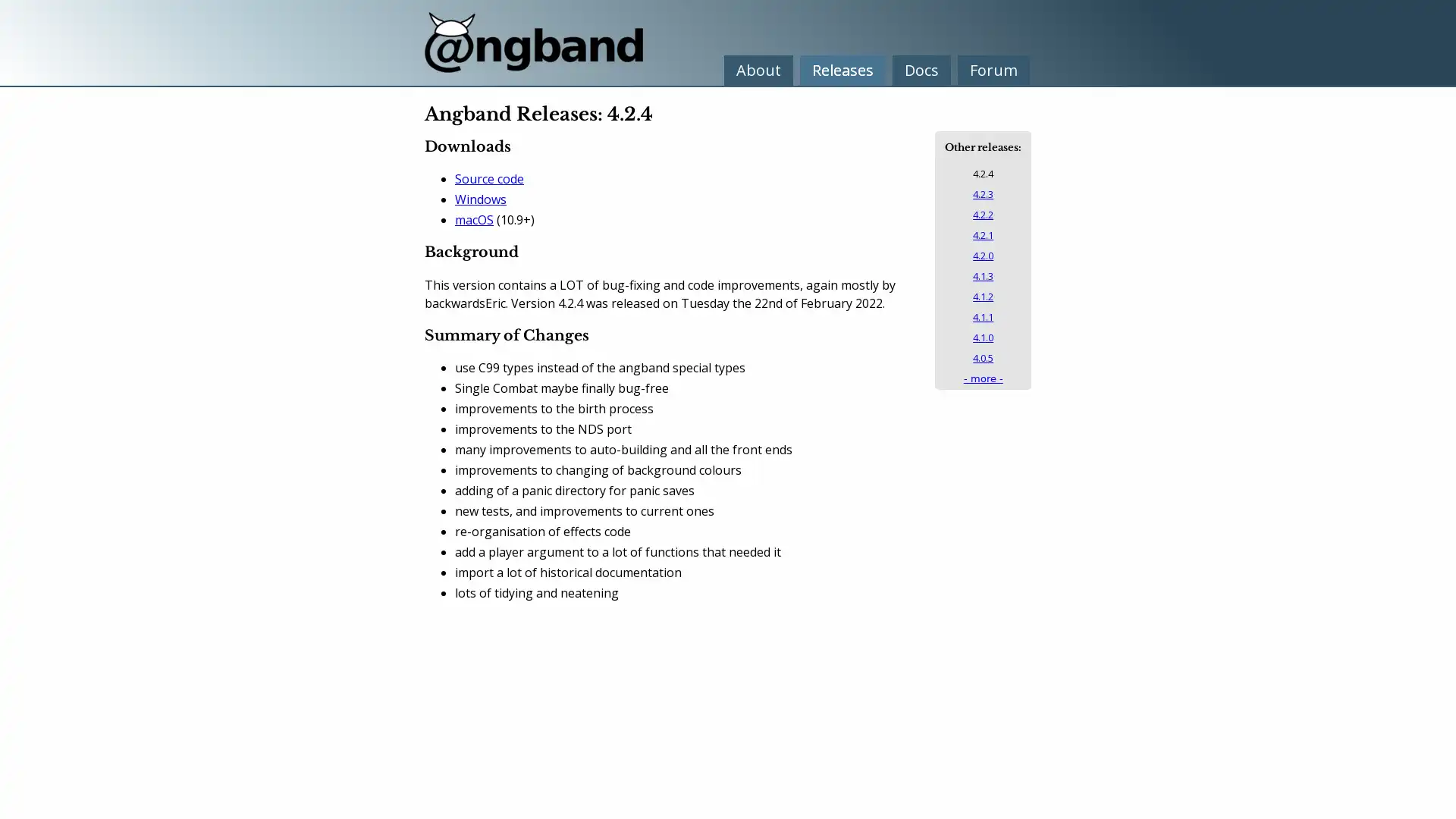 The image size is (1456, 819). I want to click on - more -, so click(983, 378).